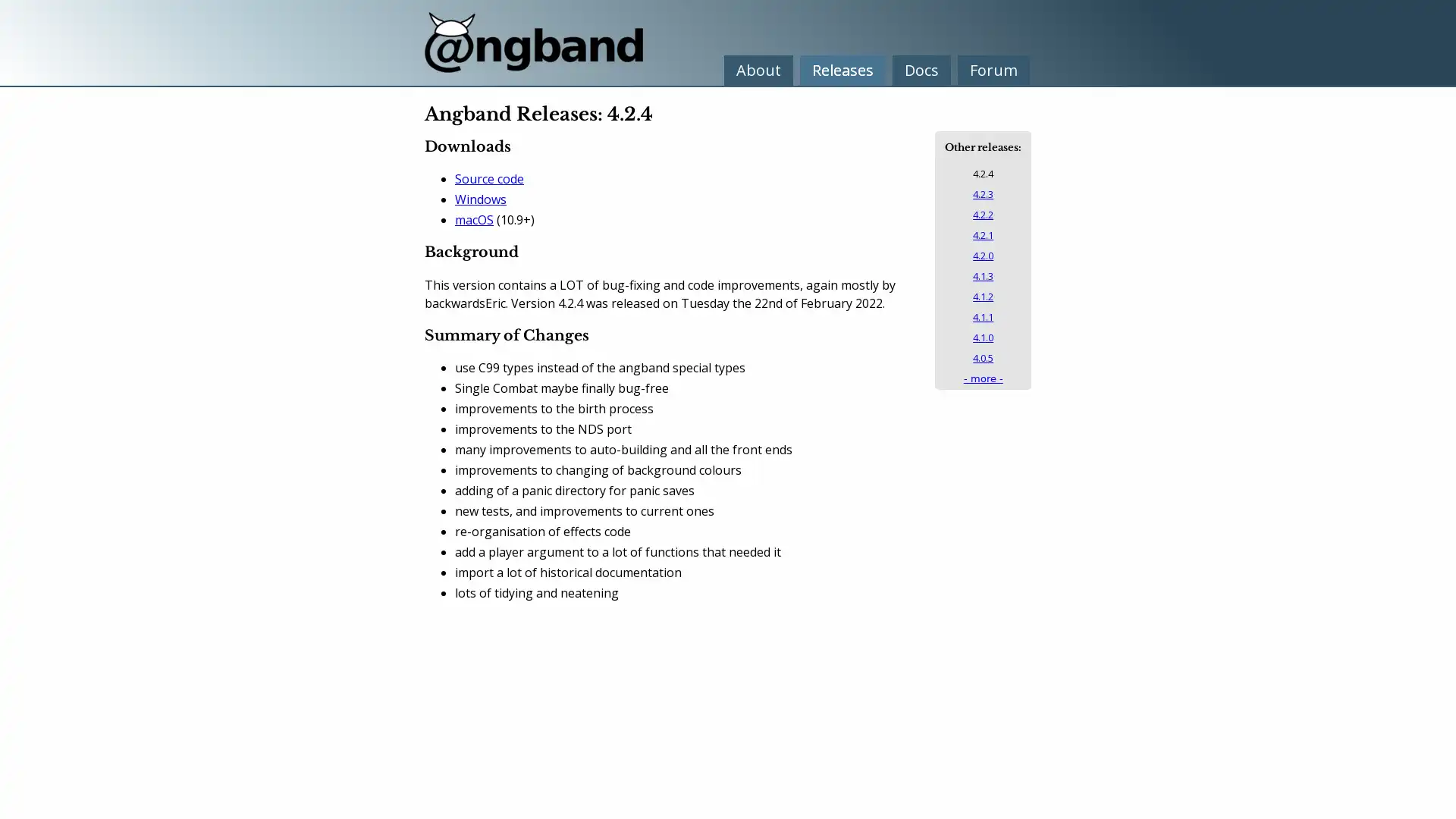 The image size is (1456, 819). I want to click on - more -, so click(983, 378).